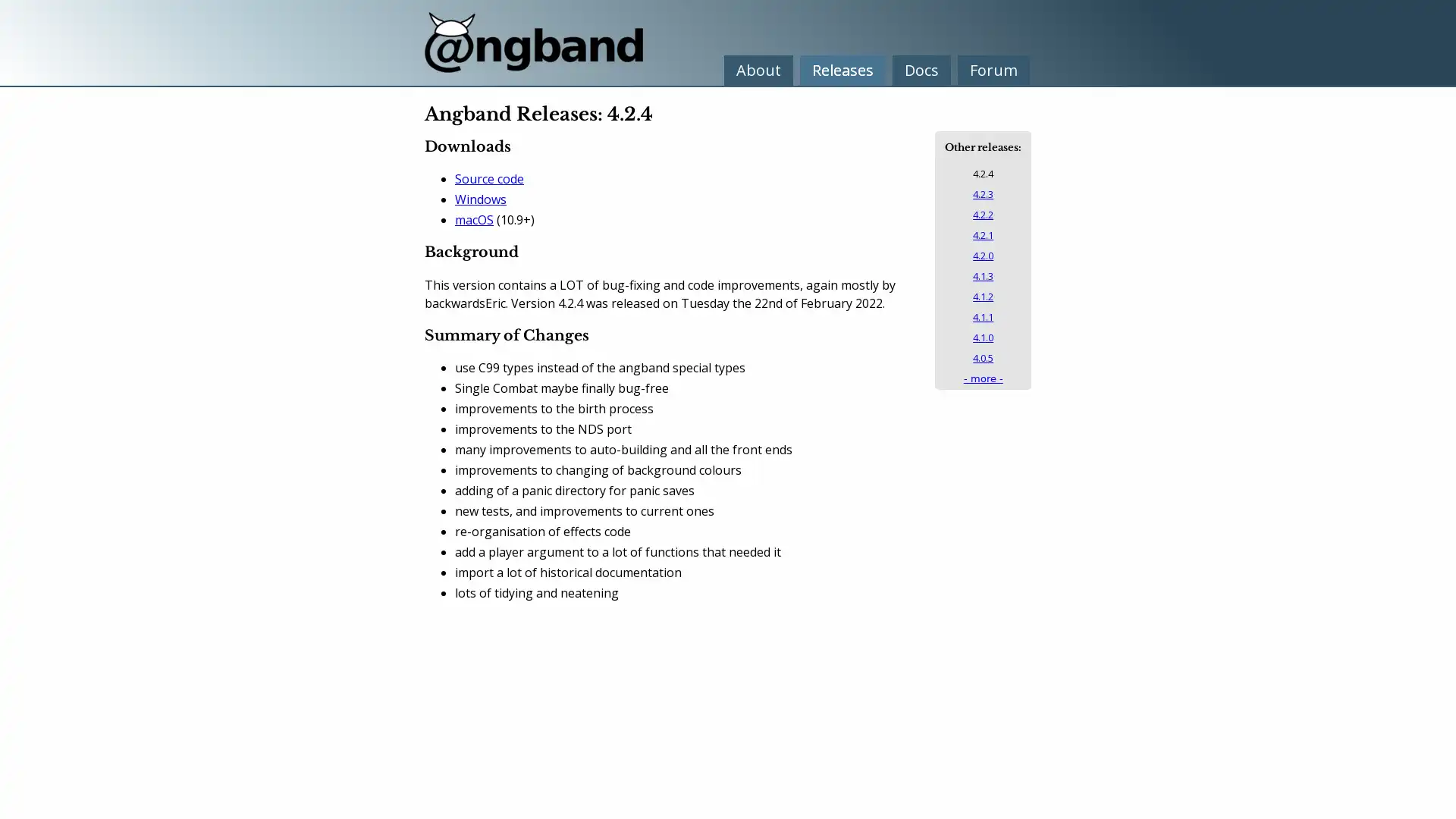 The image size is (1456, 819). I want to click on - more -, so click(983, 378).